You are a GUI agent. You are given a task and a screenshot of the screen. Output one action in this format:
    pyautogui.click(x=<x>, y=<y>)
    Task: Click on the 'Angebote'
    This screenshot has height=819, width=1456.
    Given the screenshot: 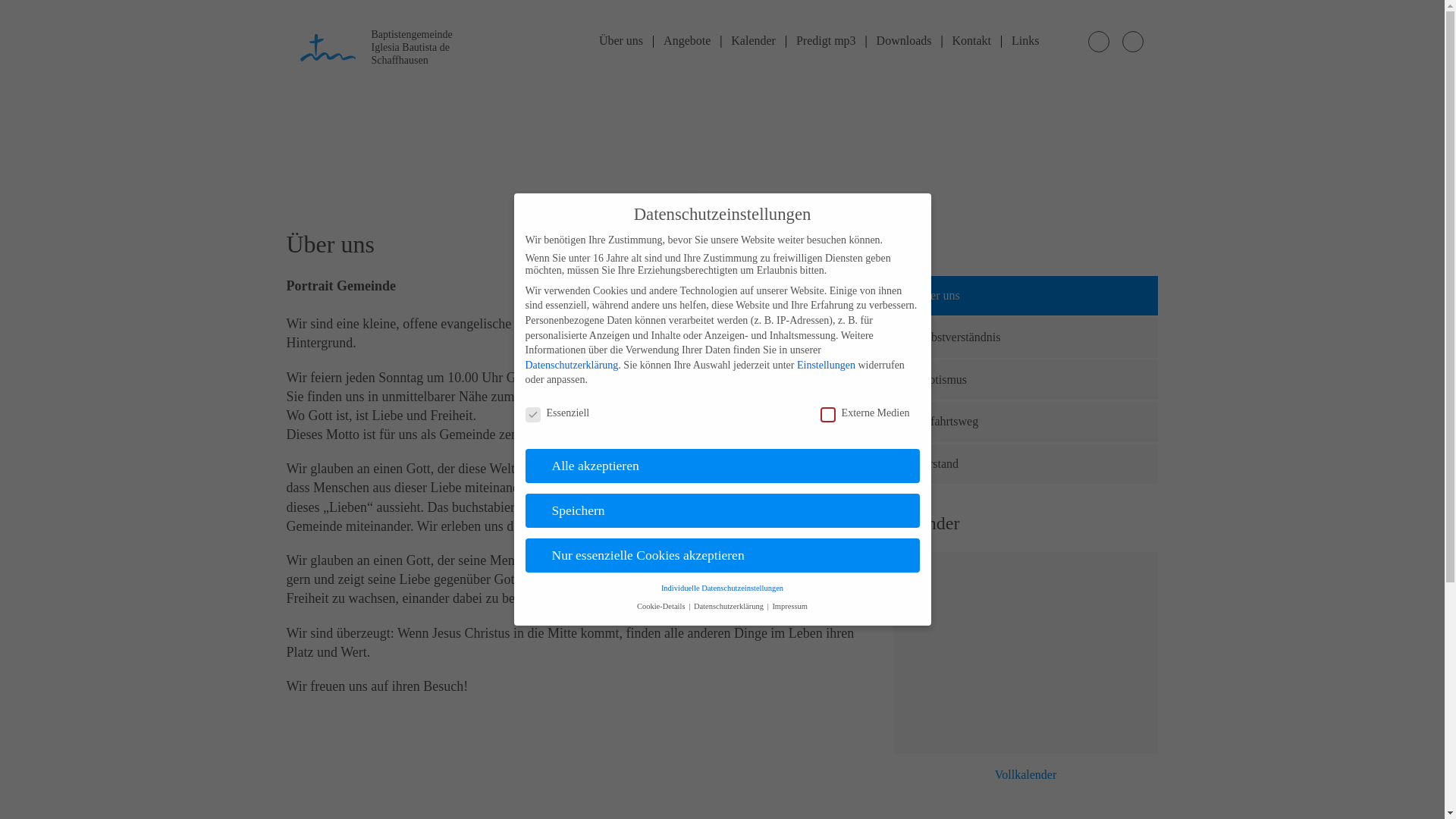 What is the action you would take?
    pyautogui.click(x=686, y=39)
    